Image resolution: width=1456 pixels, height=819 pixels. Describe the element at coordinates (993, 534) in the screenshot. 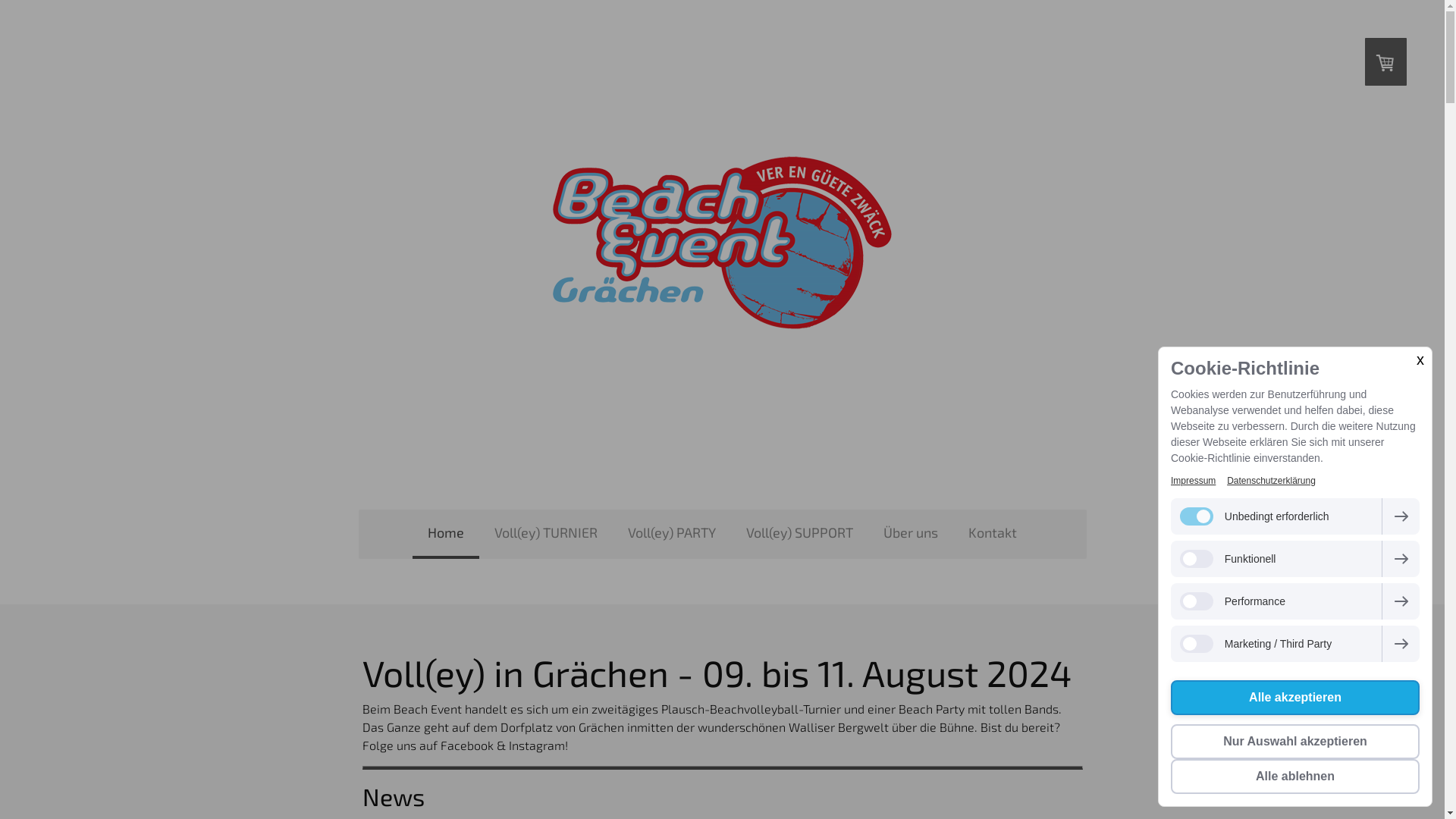

I see `'Kontakt'` at that location.